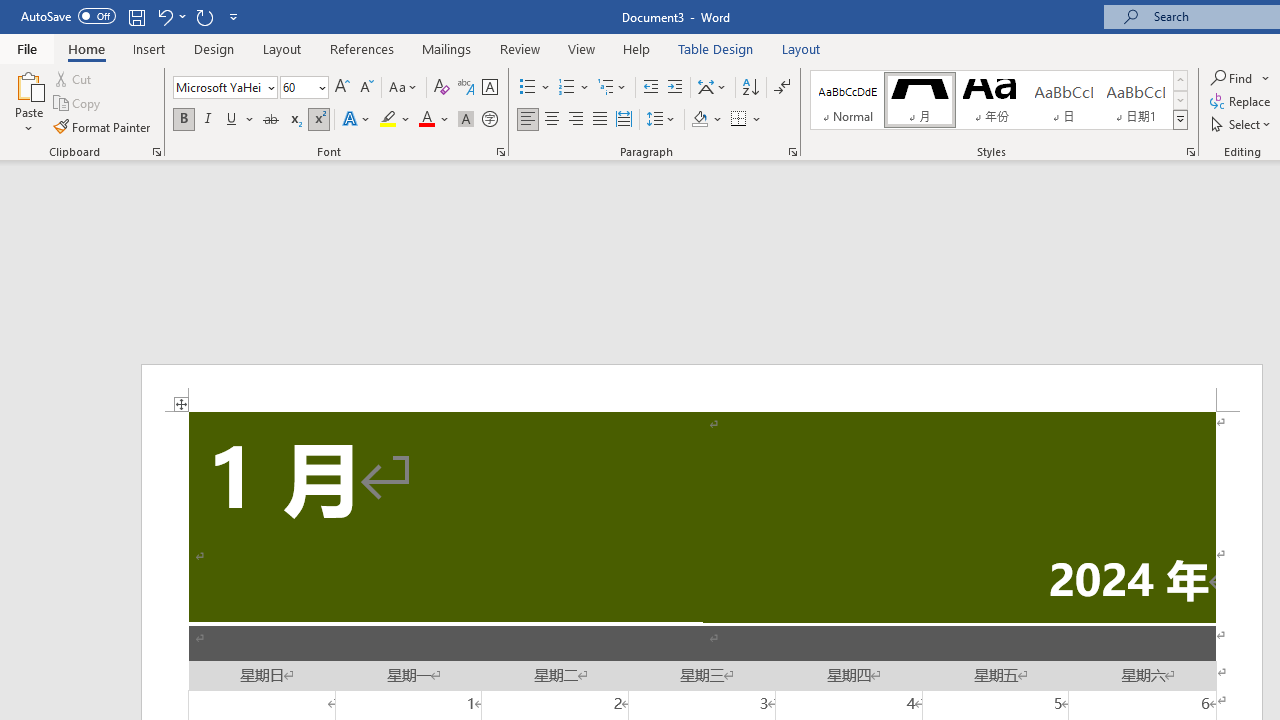  What do you see at coordinates (1181, 119) in the screenshot?
I see `'Class: NetUIImage'` at bounding box center [1181, 119].